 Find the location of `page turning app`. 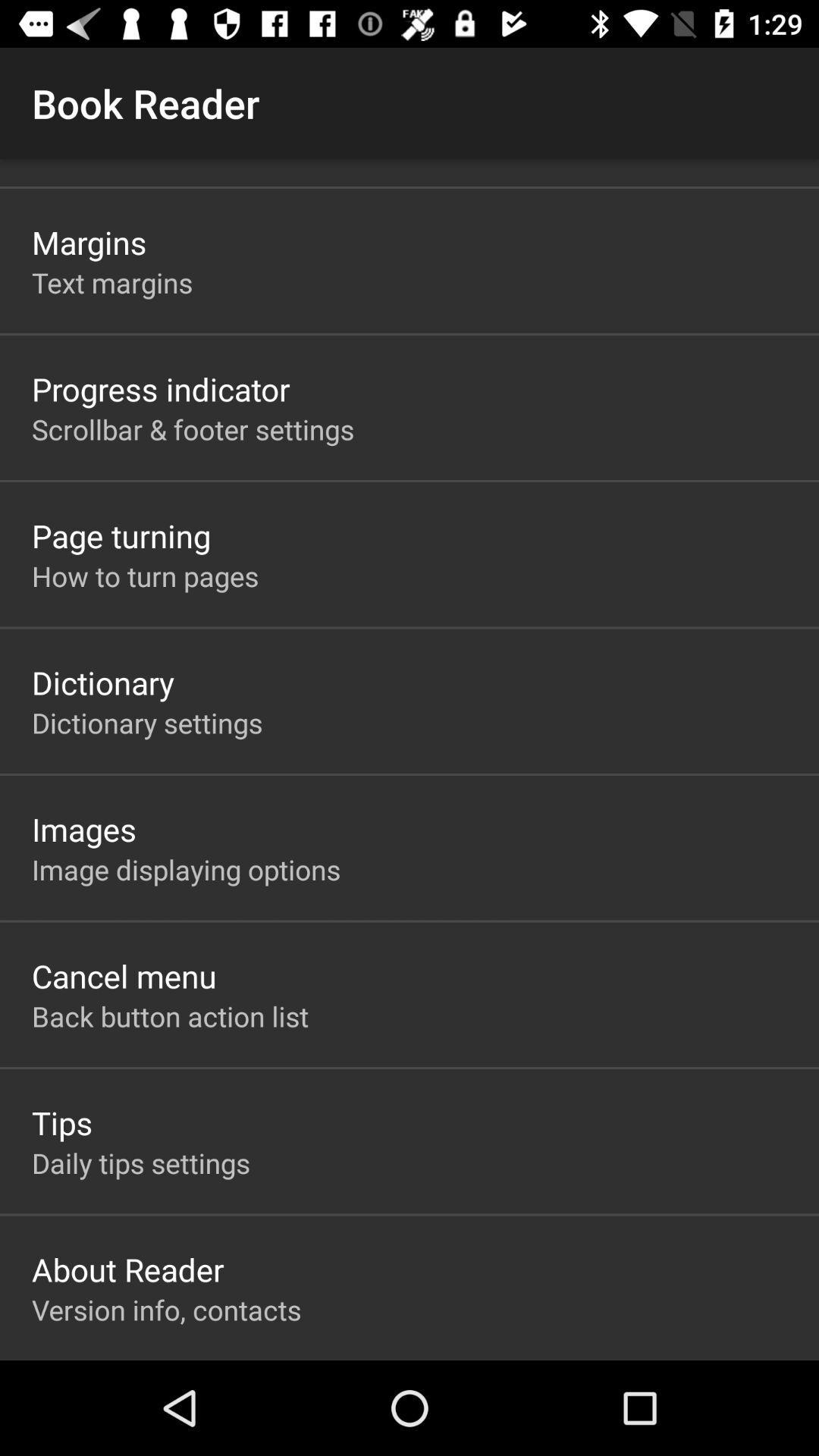

page turning app is located at coordinates (121, 535).